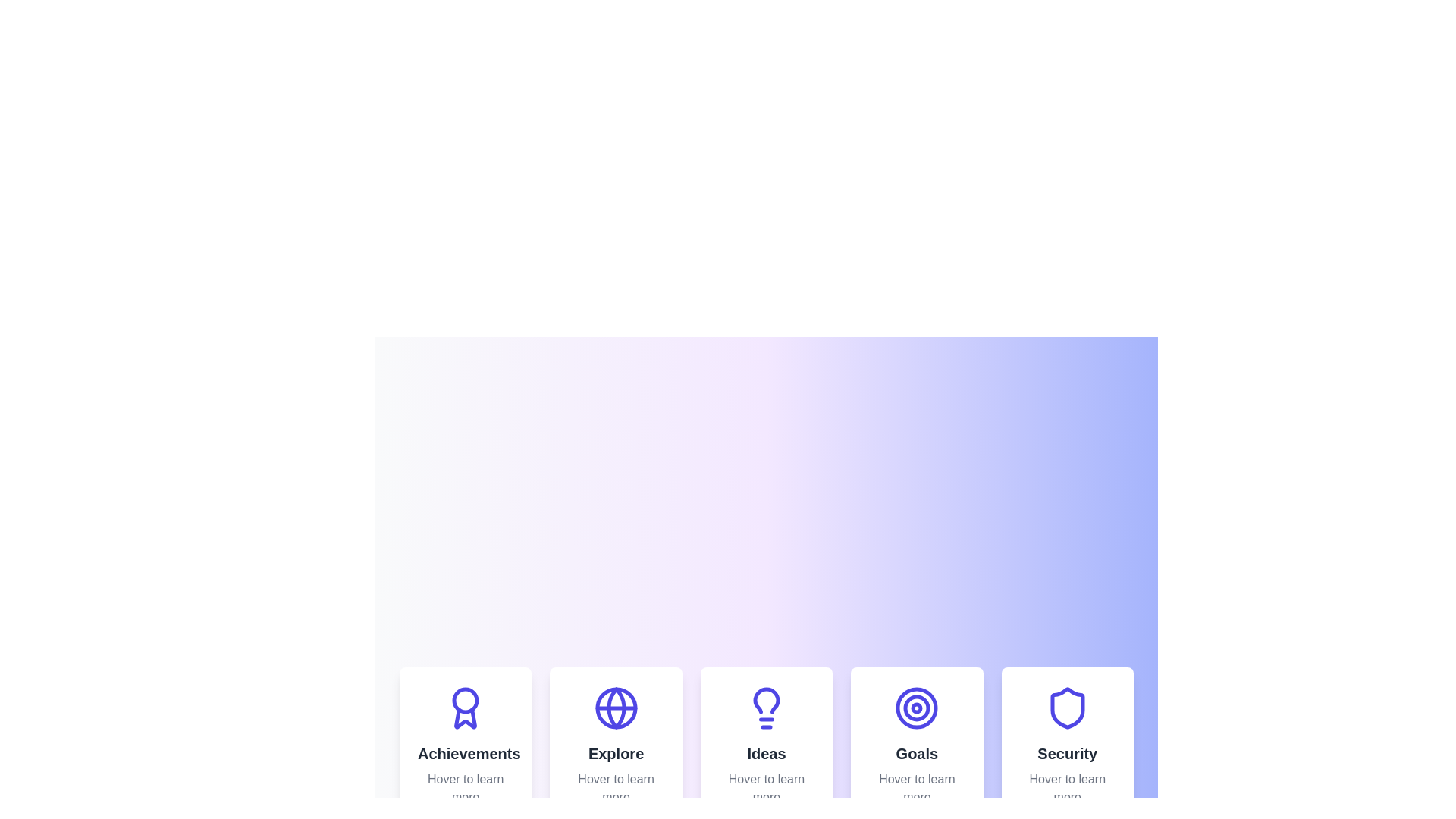 This screenshot has width=1456, height=819. What do you see at coordinates (1066, 788) in the screenshot?
I see `the supplementary information Text label located beneath the 'Security' title in the rightmost card containing a shield icon` at bounding box center [1066, 788].